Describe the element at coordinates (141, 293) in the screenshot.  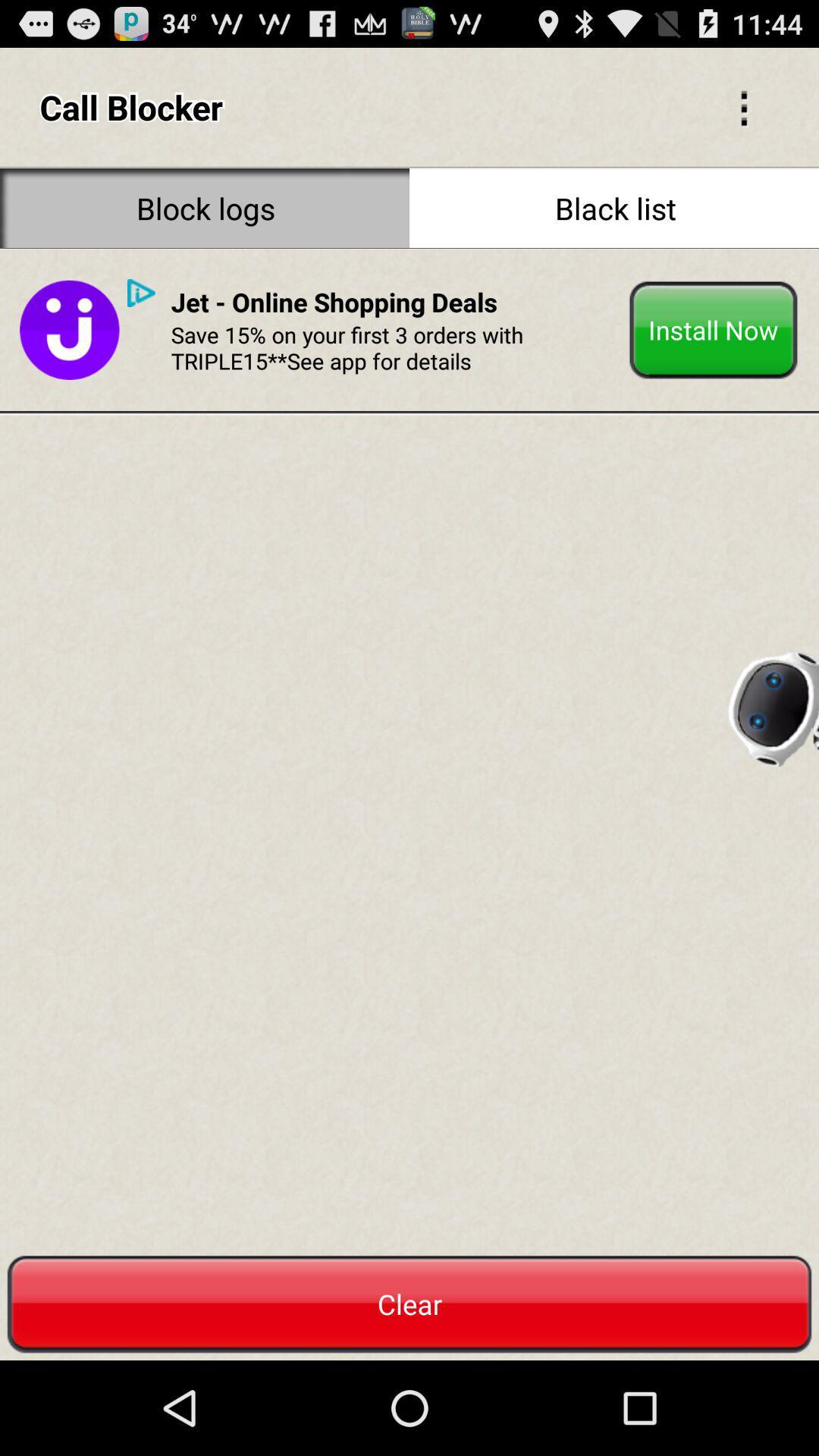
I see `the play button on the web page` at that location.